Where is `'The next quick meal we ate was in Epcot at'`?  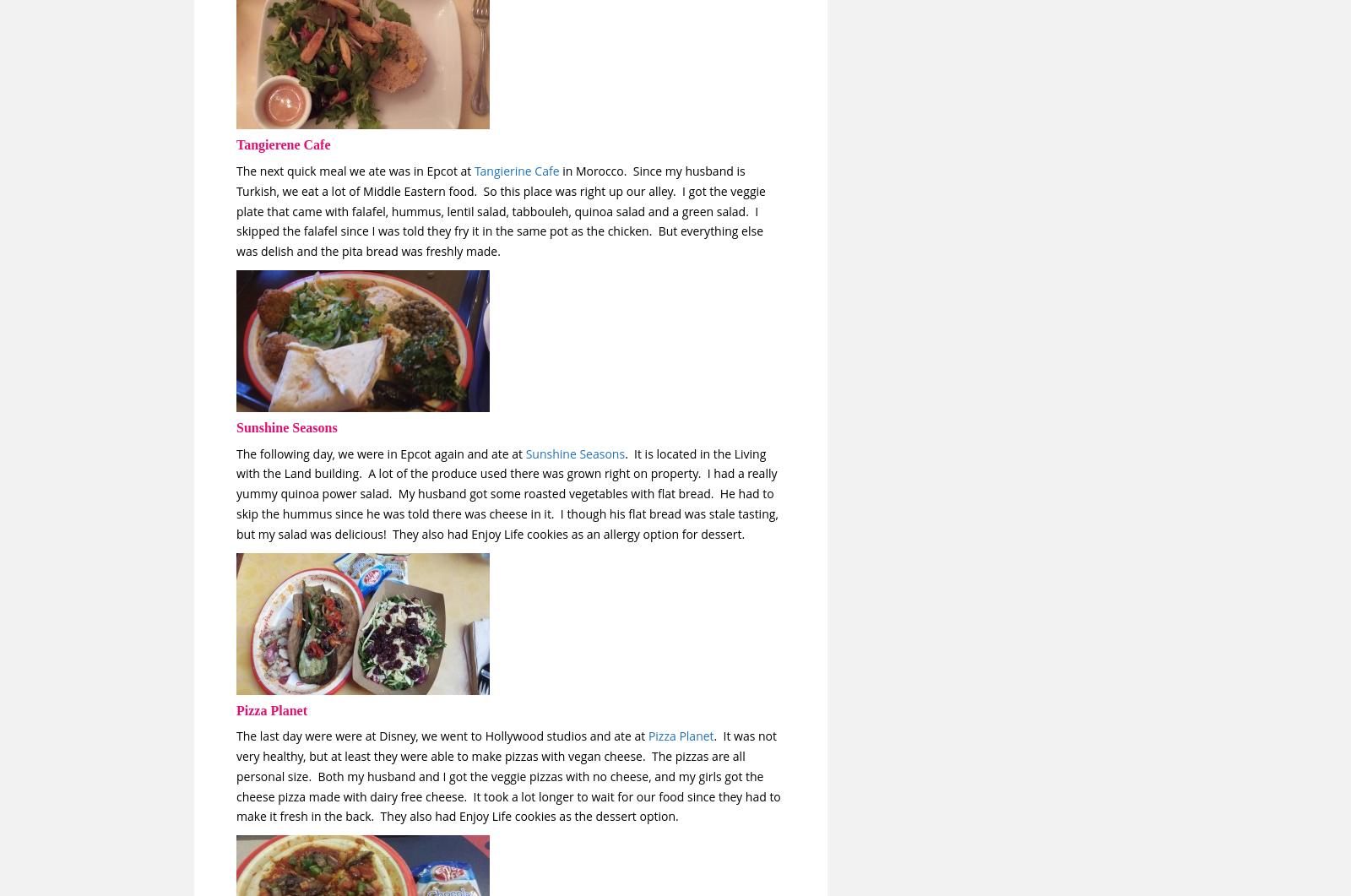
'The next quick meal we ate was in Epcot at' is located at coordinates (354, 170).